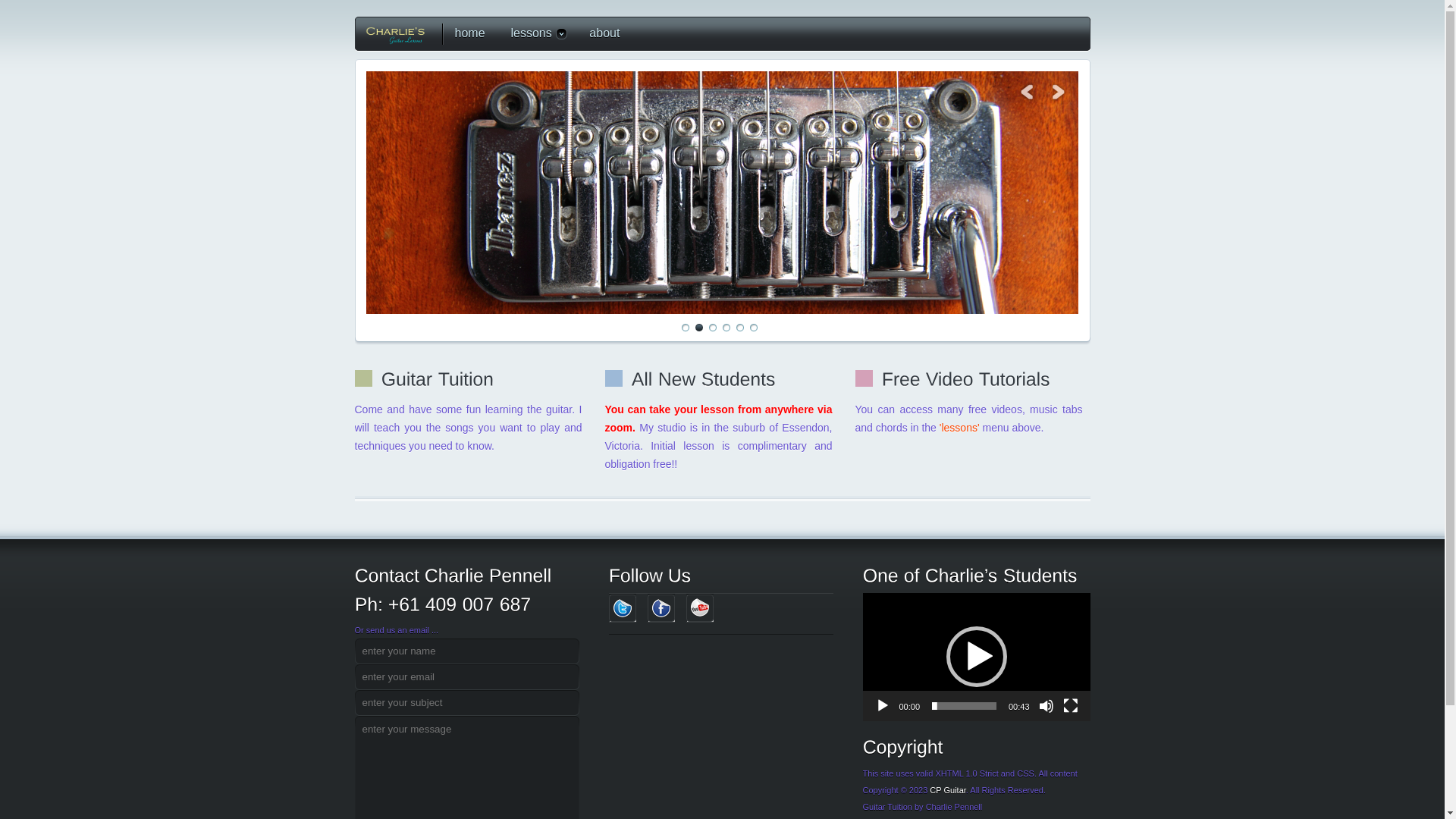  Describe the element at coordinates (465, 33) in the screenshot. I see `'home'` at that location.